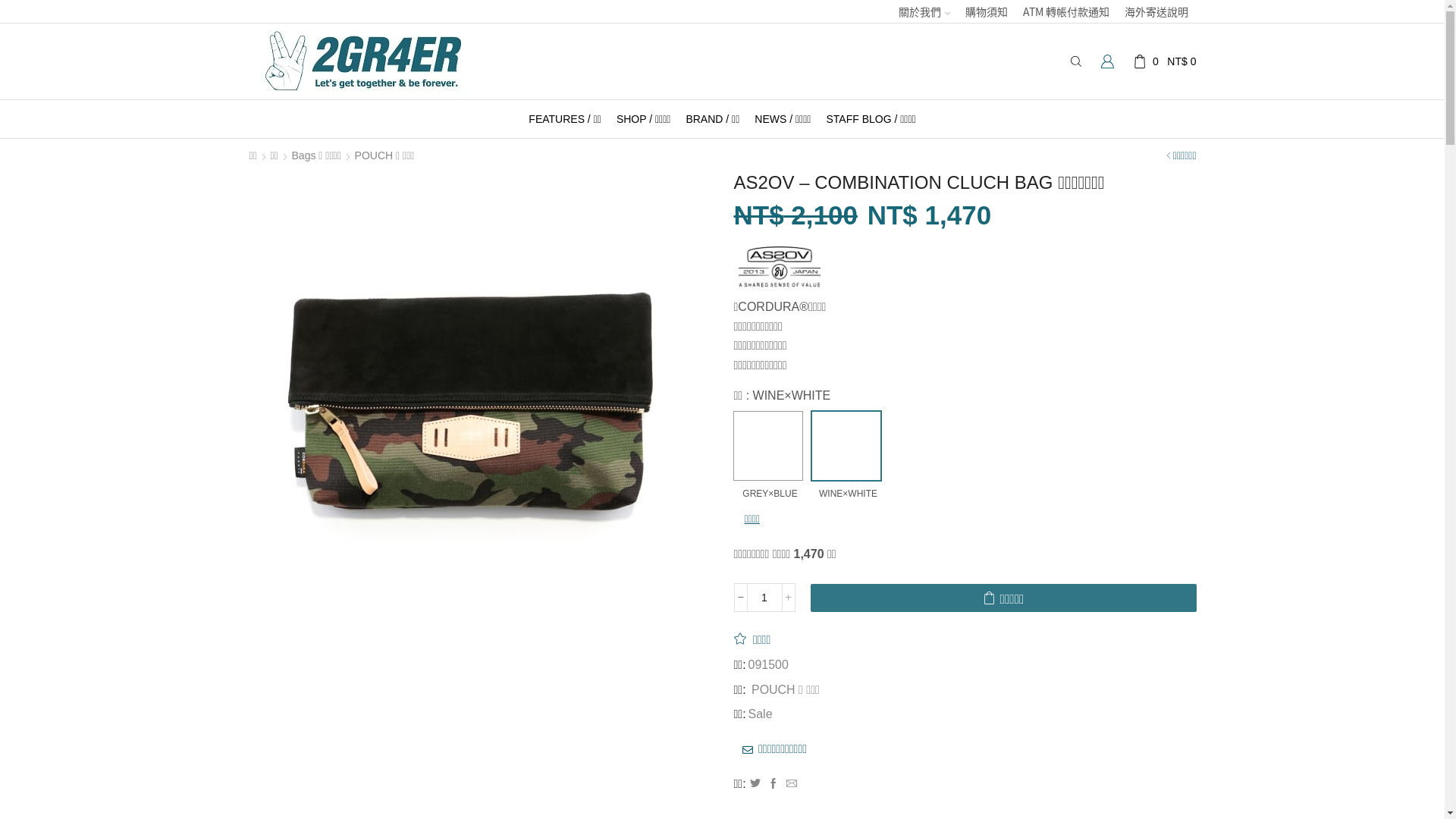 The width and height of the screenshot is (1456, 819). Describe the element at coordinates (755, 783) in the screenshot. I see `'Twitter'` at that location.